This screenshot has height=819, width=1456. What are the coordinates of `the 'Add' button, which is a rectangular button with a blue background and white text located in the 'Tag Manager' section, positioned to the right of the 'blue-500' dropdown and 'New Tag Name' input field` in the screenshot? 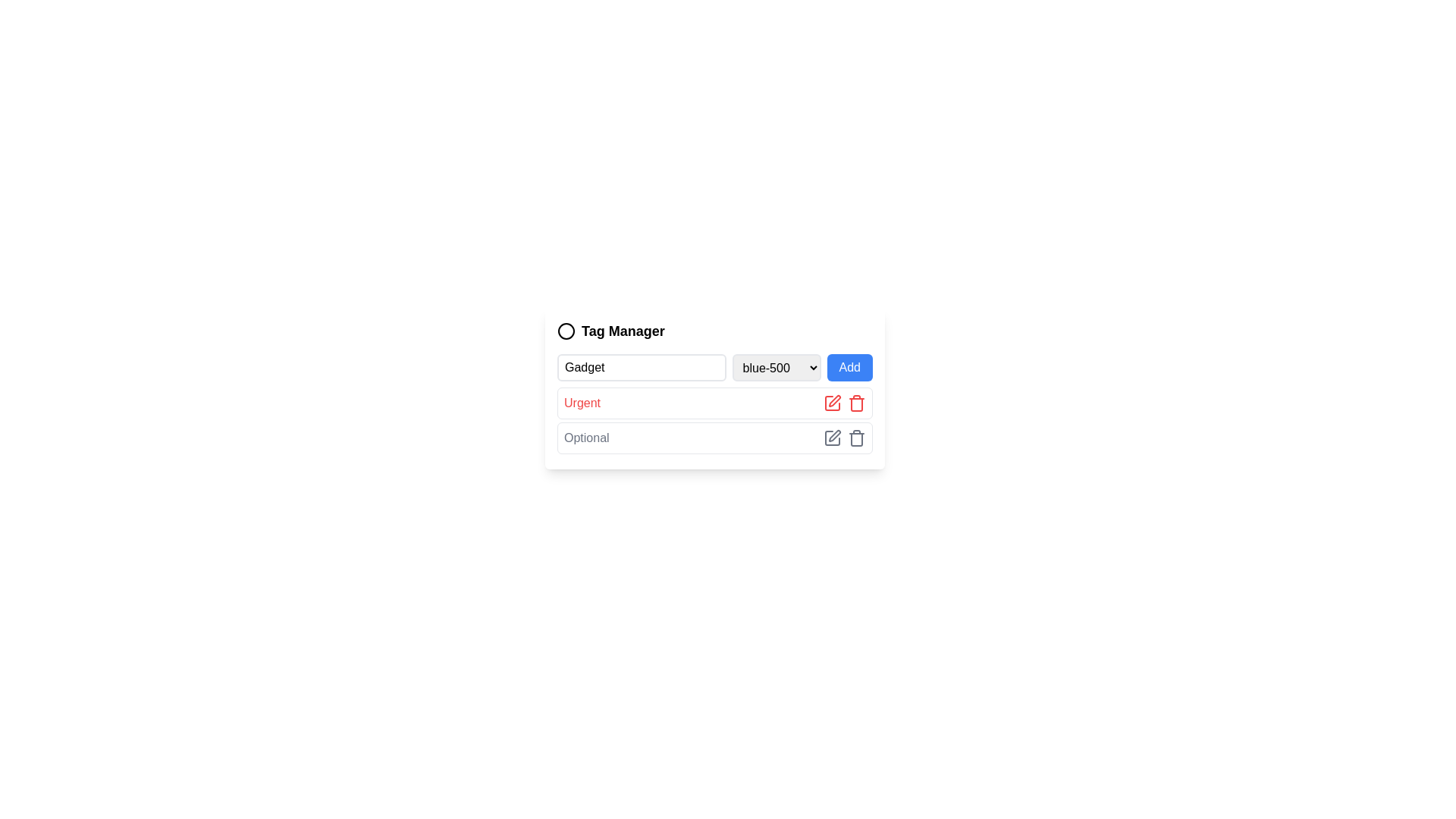 It's located at (848, 368).